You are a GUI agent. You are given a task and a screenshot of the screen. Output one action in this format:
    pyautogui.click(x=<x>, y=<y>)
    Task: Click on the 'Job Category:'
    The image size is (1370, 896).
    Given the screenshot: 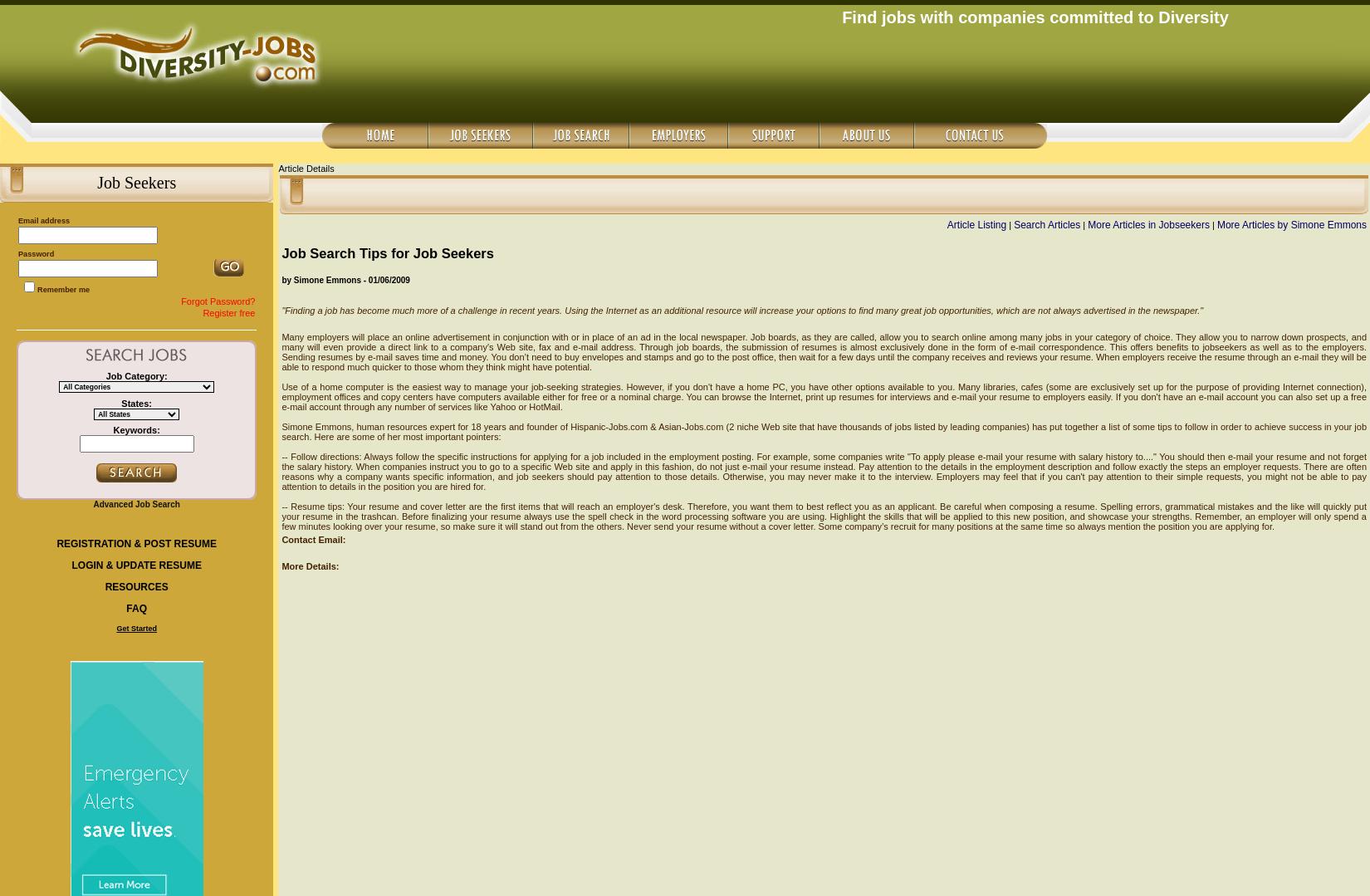 What is the action you would take?
    pyautogui.click(x=136, y=375)
    